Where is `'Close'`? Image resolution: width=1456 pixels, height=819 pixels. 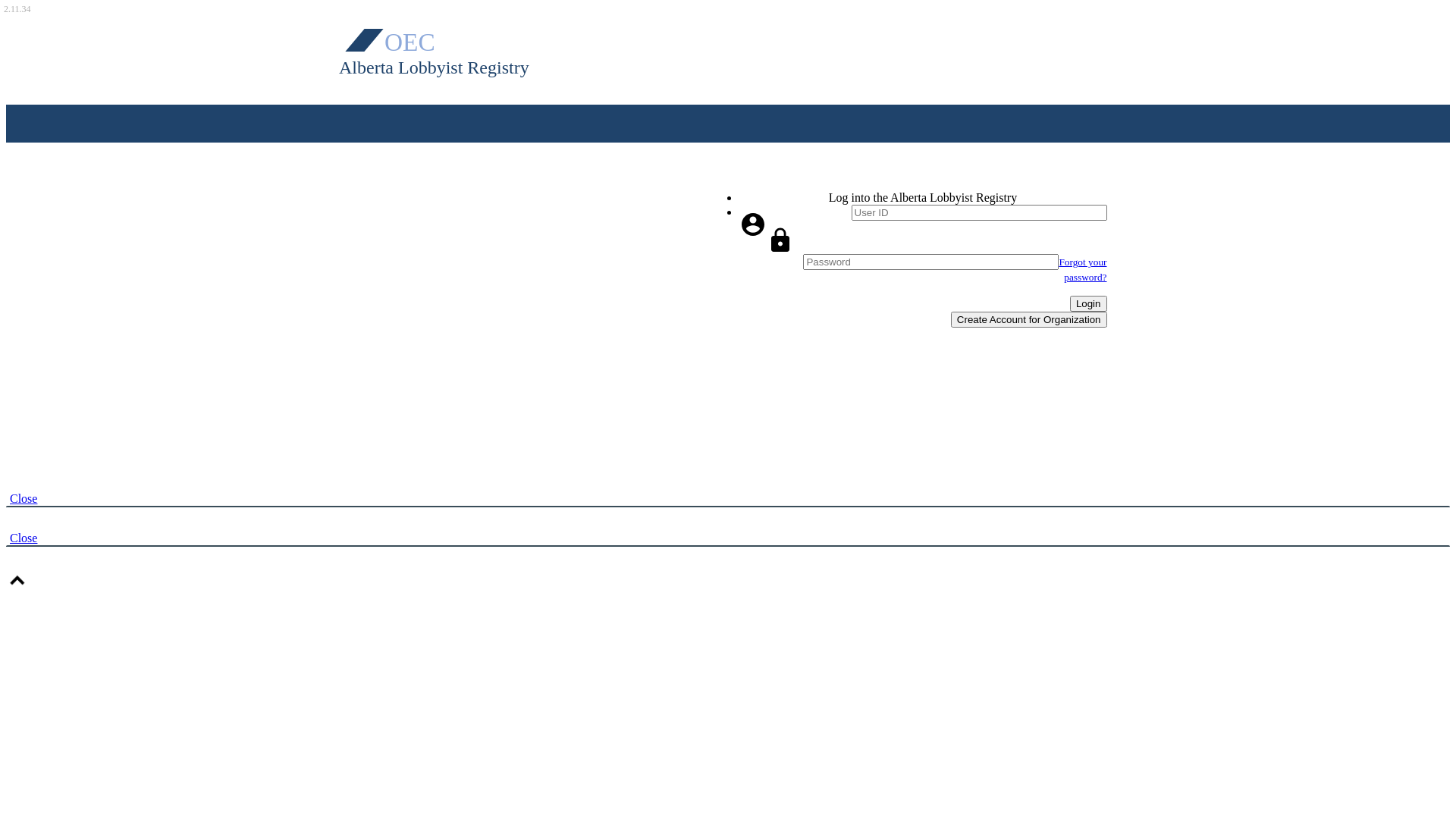 'Close' is located at coordinates (23, 537).